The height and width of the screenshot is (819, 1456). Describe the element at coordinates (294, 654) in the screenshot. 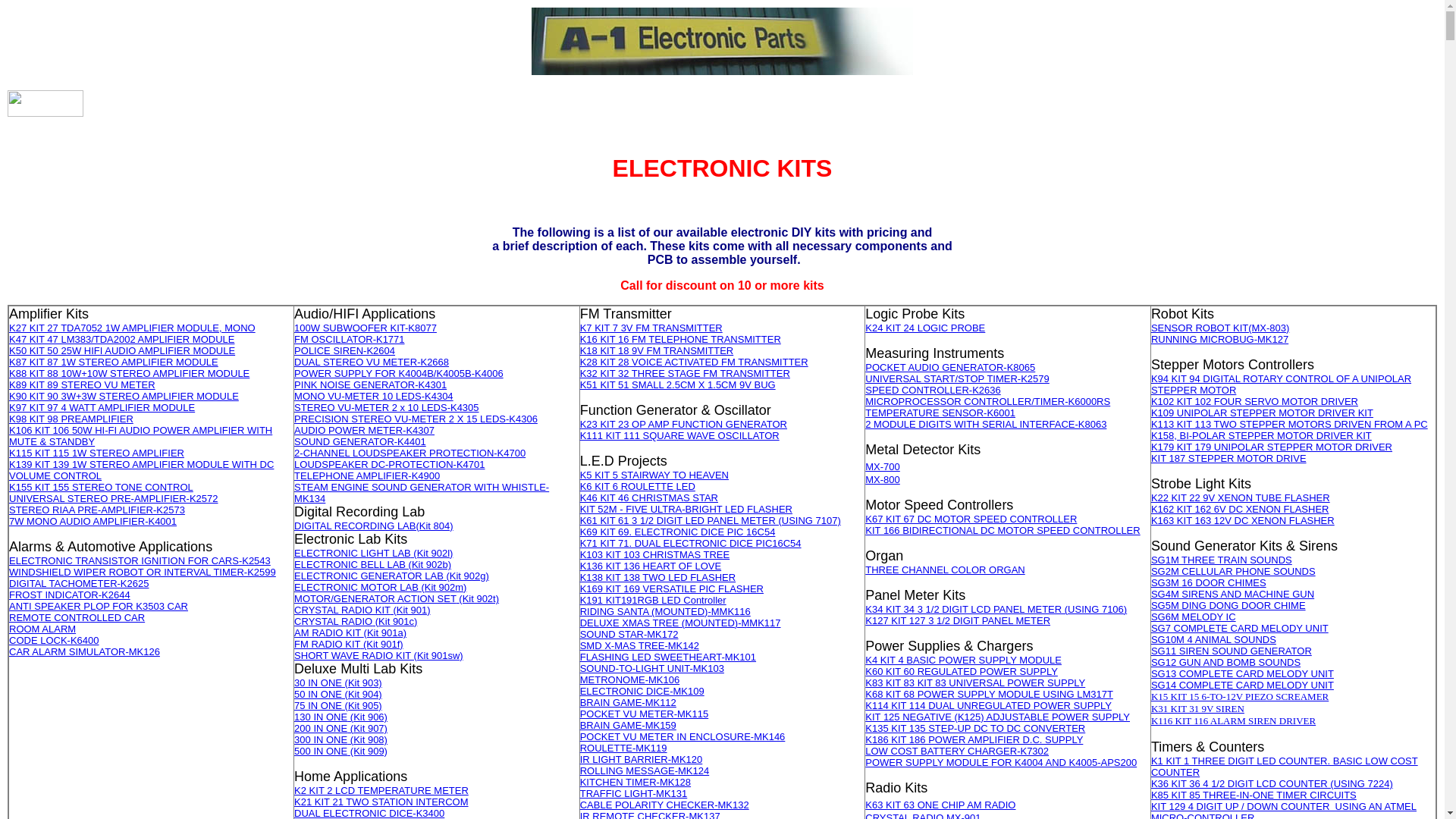

I see `'SHORT WAVE RADIO KIT (Kit 901sw)'` at that location.